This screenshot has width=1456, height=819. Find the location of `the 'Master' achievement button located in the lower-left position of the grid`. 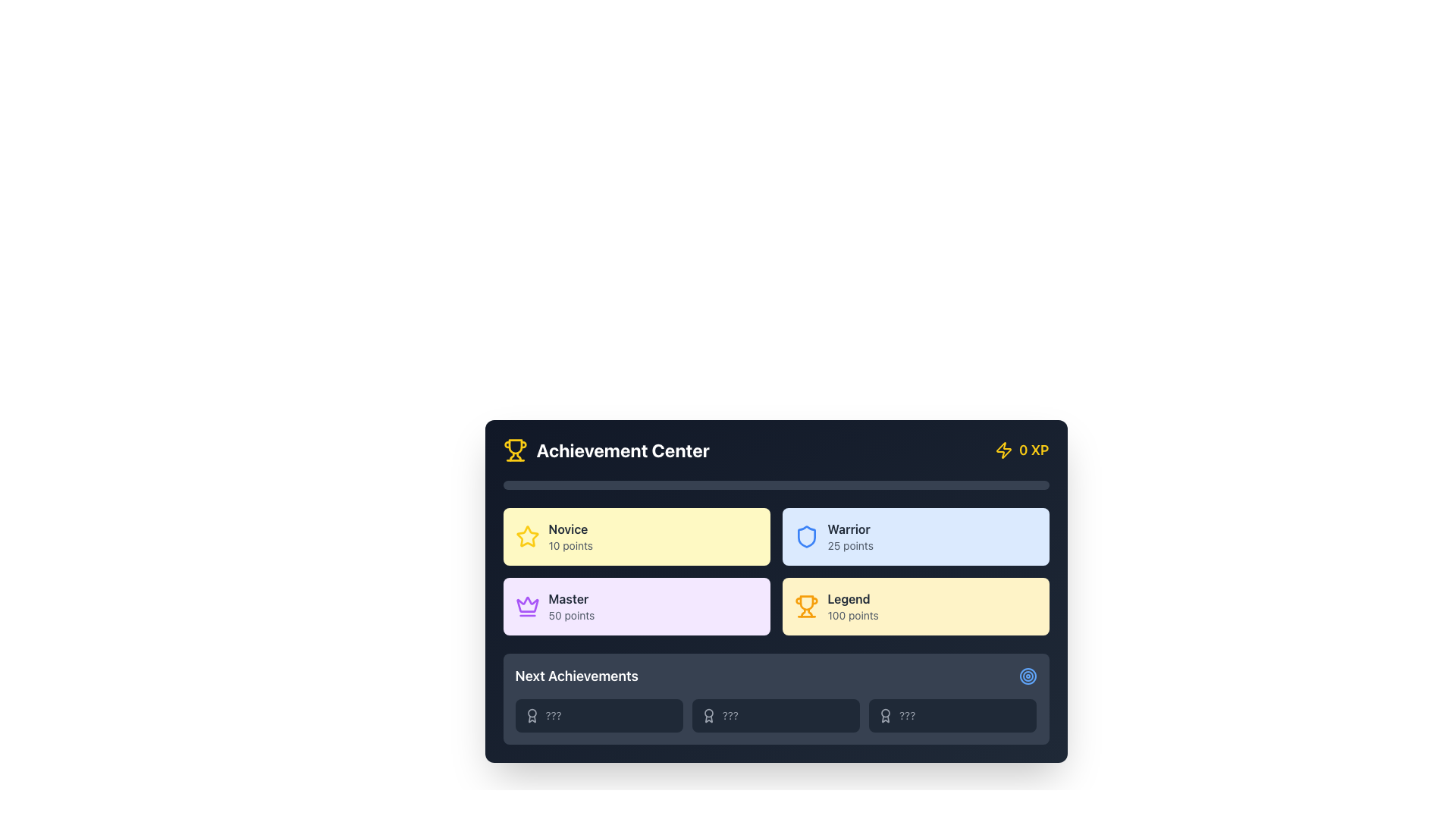

the 'Master' achievement button located in the lower-left position of the grid is located at coordinates (636, 605).